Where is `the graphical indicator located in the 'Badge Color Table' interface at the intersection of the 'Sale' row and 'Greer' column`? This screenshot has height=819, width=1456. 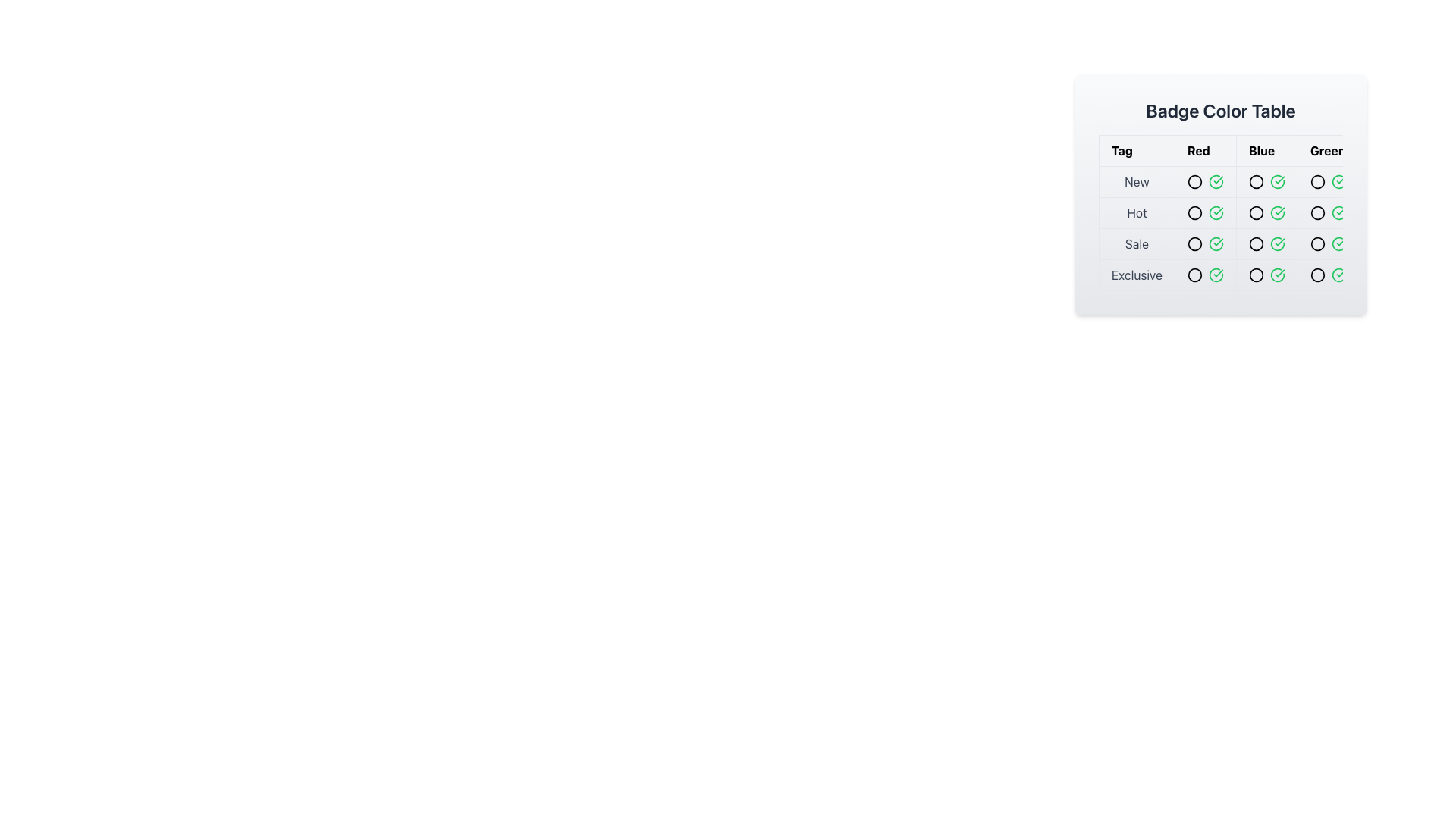
the graphical indicator located in the 'Badge Color Table' interface at the intersection of the 'Sale' row and 'Greer' column is located at coordinates (1327, 243).